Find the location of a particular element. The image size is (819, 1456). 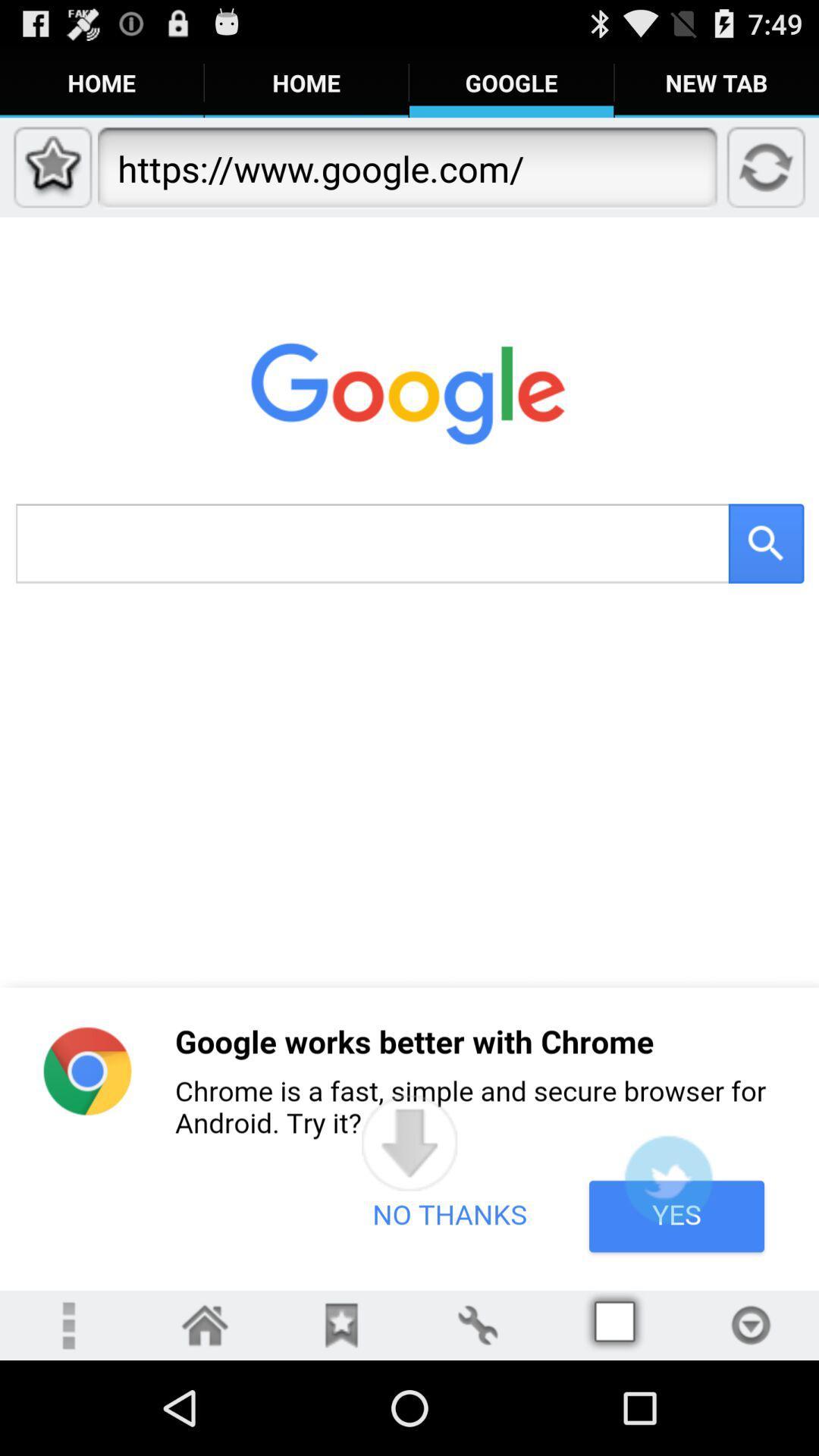

bookmark page is located at coordinates (341, 1324).